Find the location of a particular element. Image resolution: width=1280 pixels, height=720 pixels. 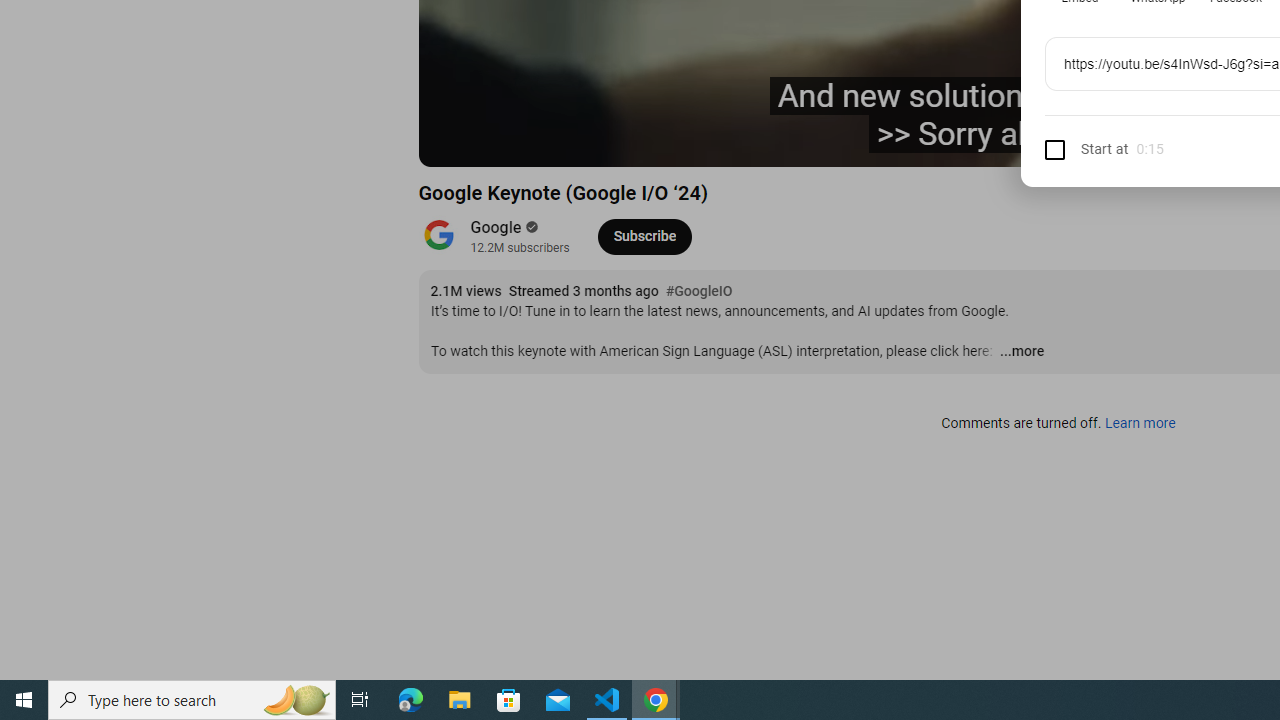

'Verified' is located at coordinates (530, 226).